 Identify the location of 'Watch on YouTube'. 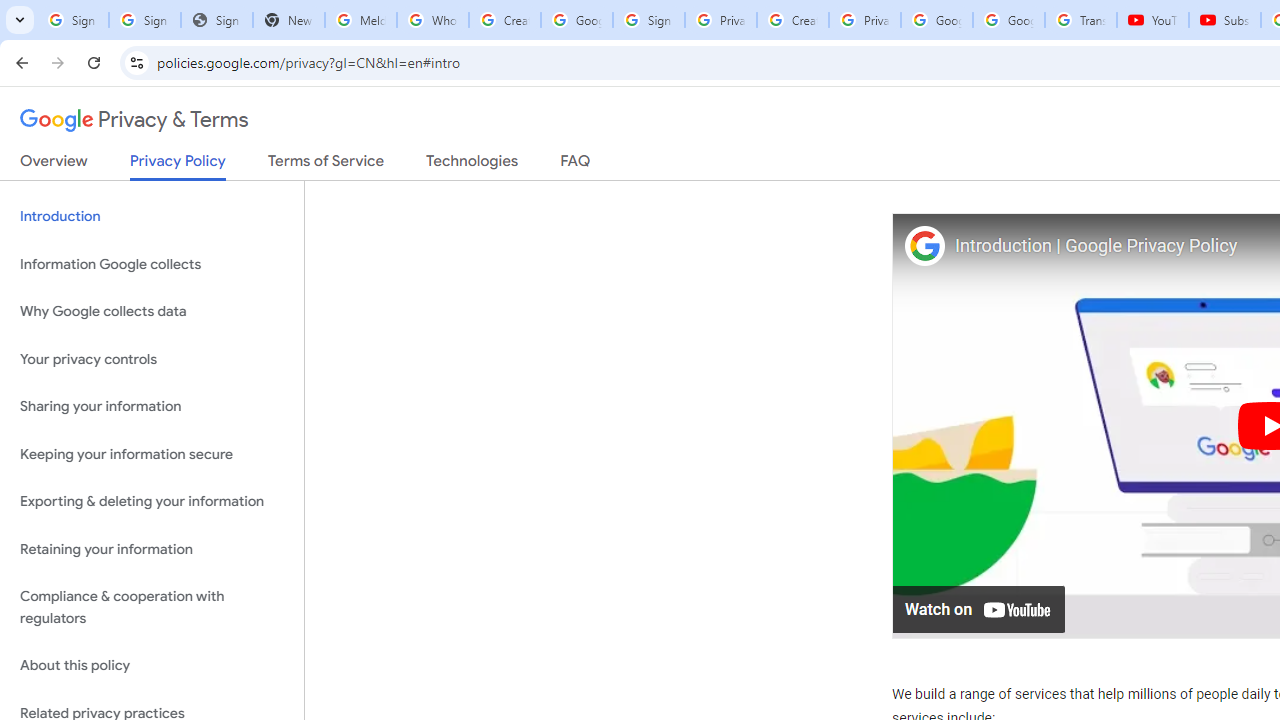
(979, 607).